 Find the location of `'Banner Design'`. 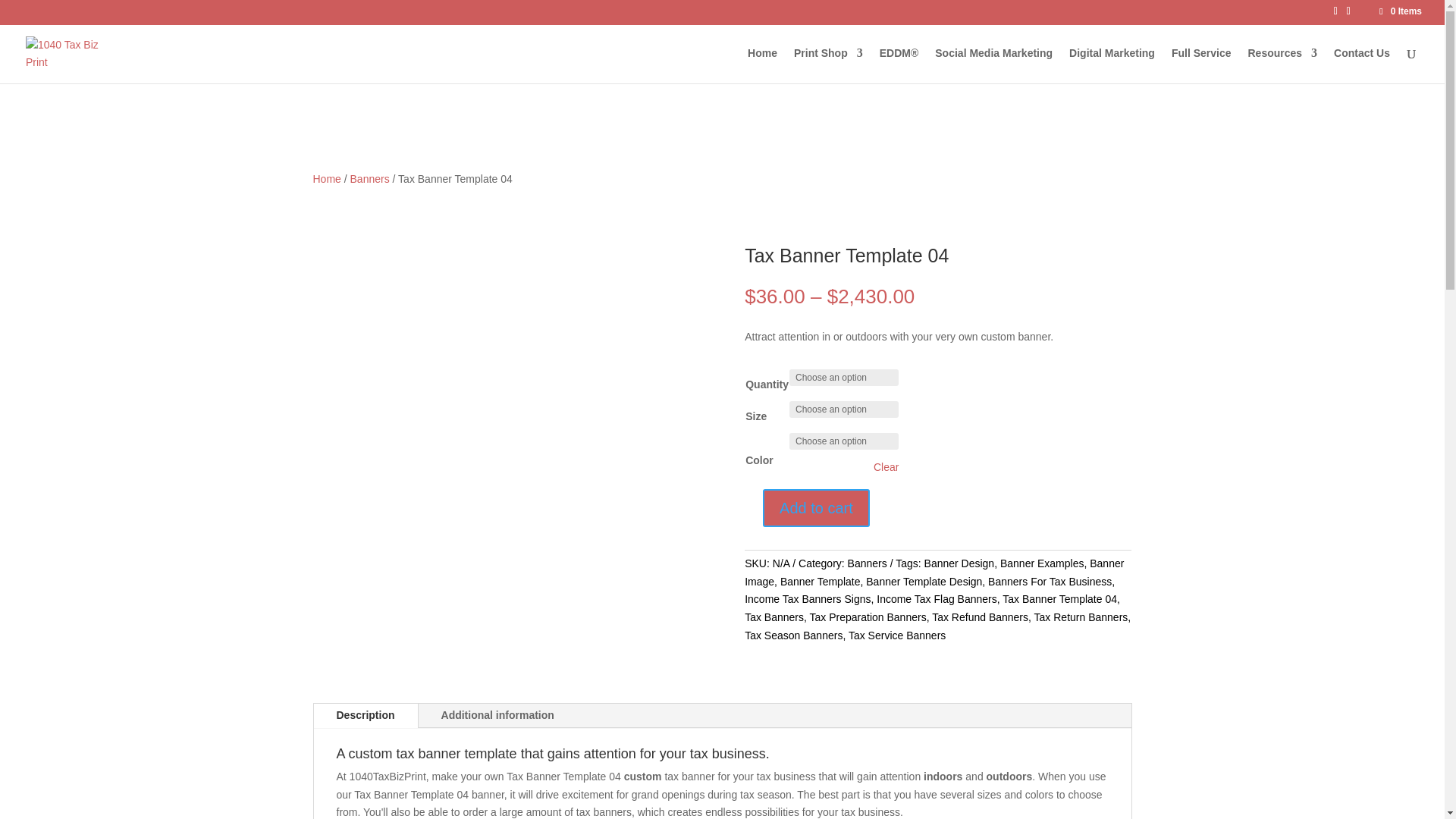

'Banner Design' is located at coordinates (959, 563).